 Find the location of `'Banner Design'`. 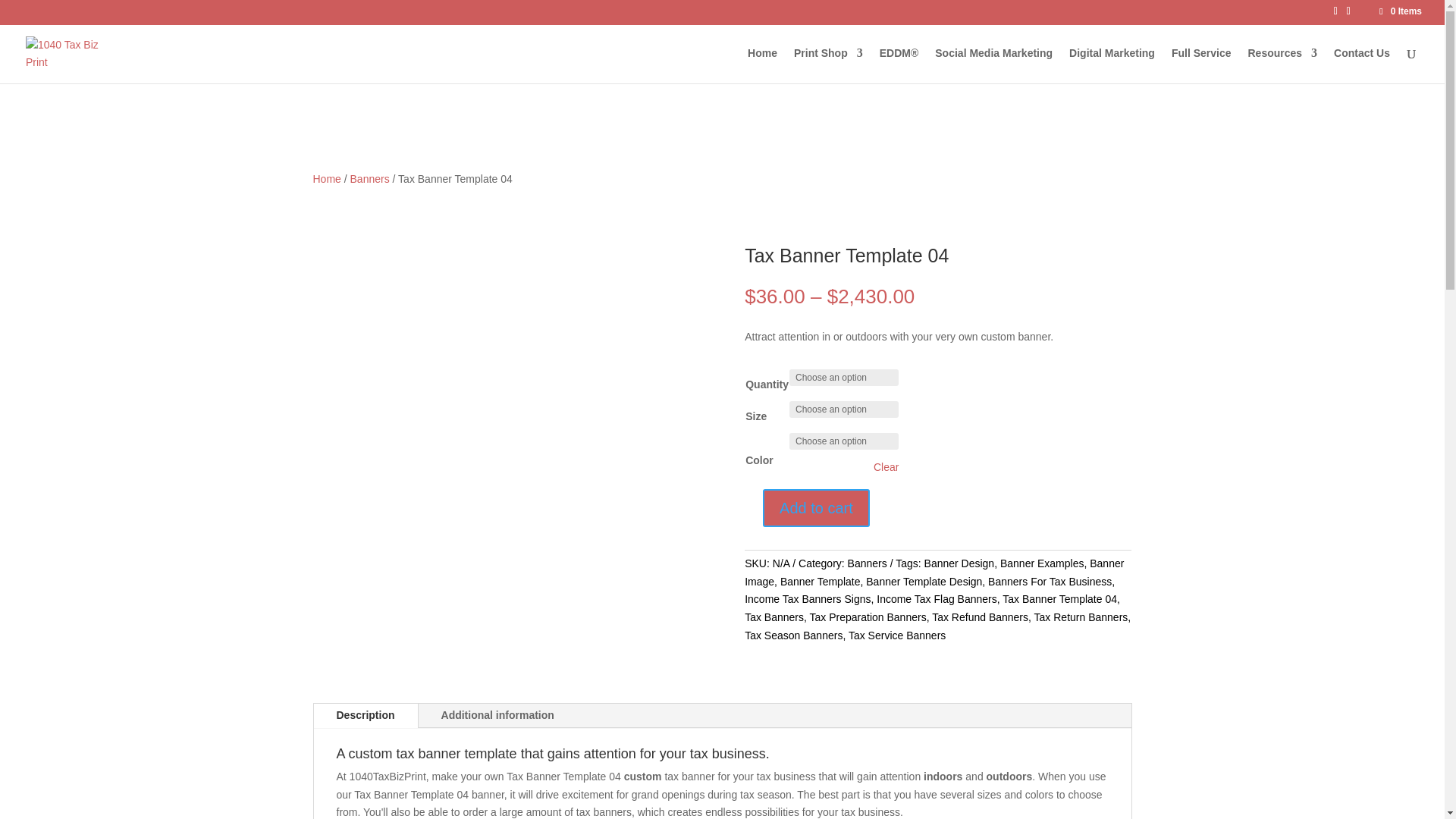

'Banner Design' is located at coordinates (959, 563).